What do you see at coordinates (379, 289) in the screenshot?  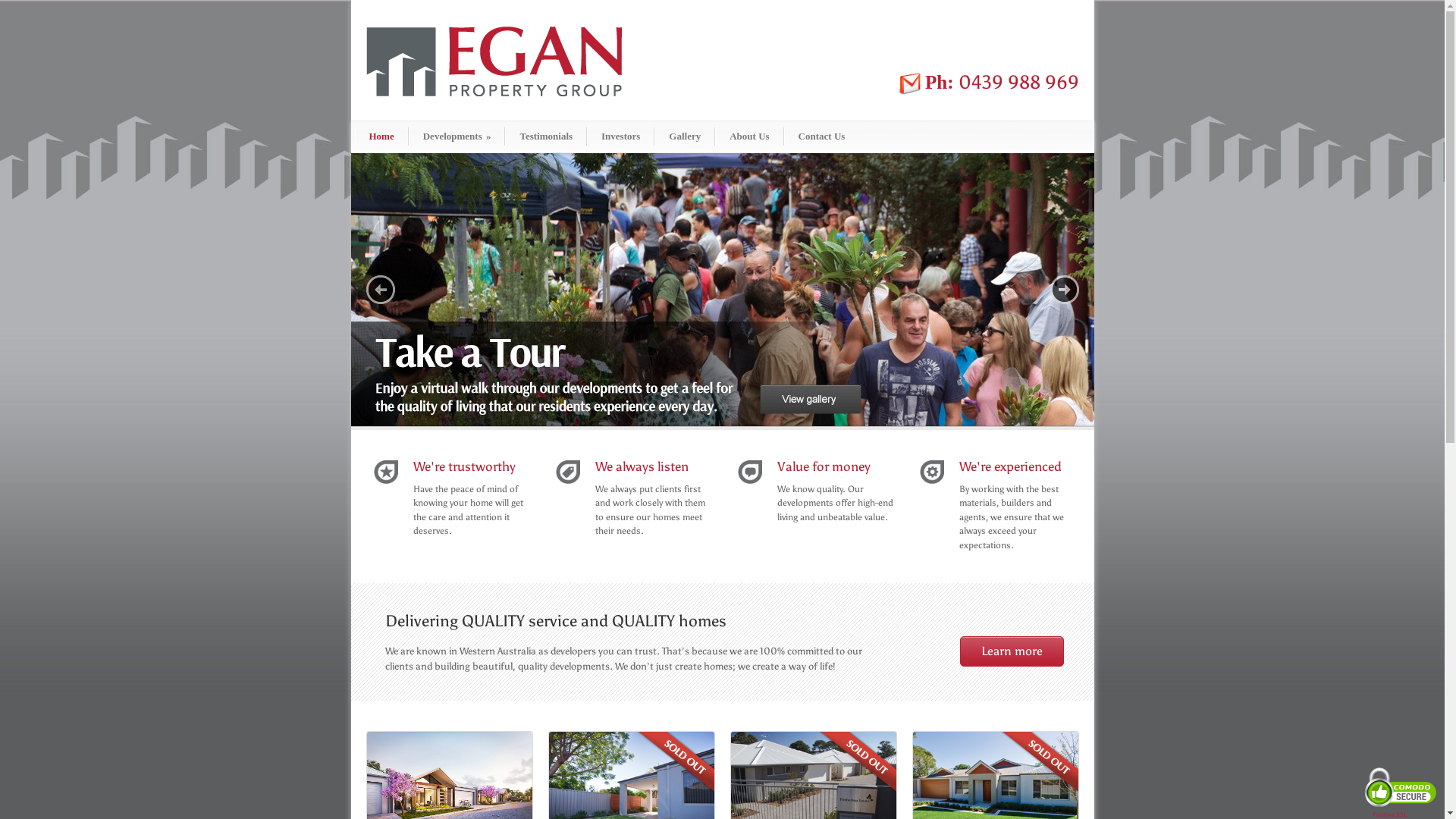 I see `'Previous'` at bounding box center [379, 289].